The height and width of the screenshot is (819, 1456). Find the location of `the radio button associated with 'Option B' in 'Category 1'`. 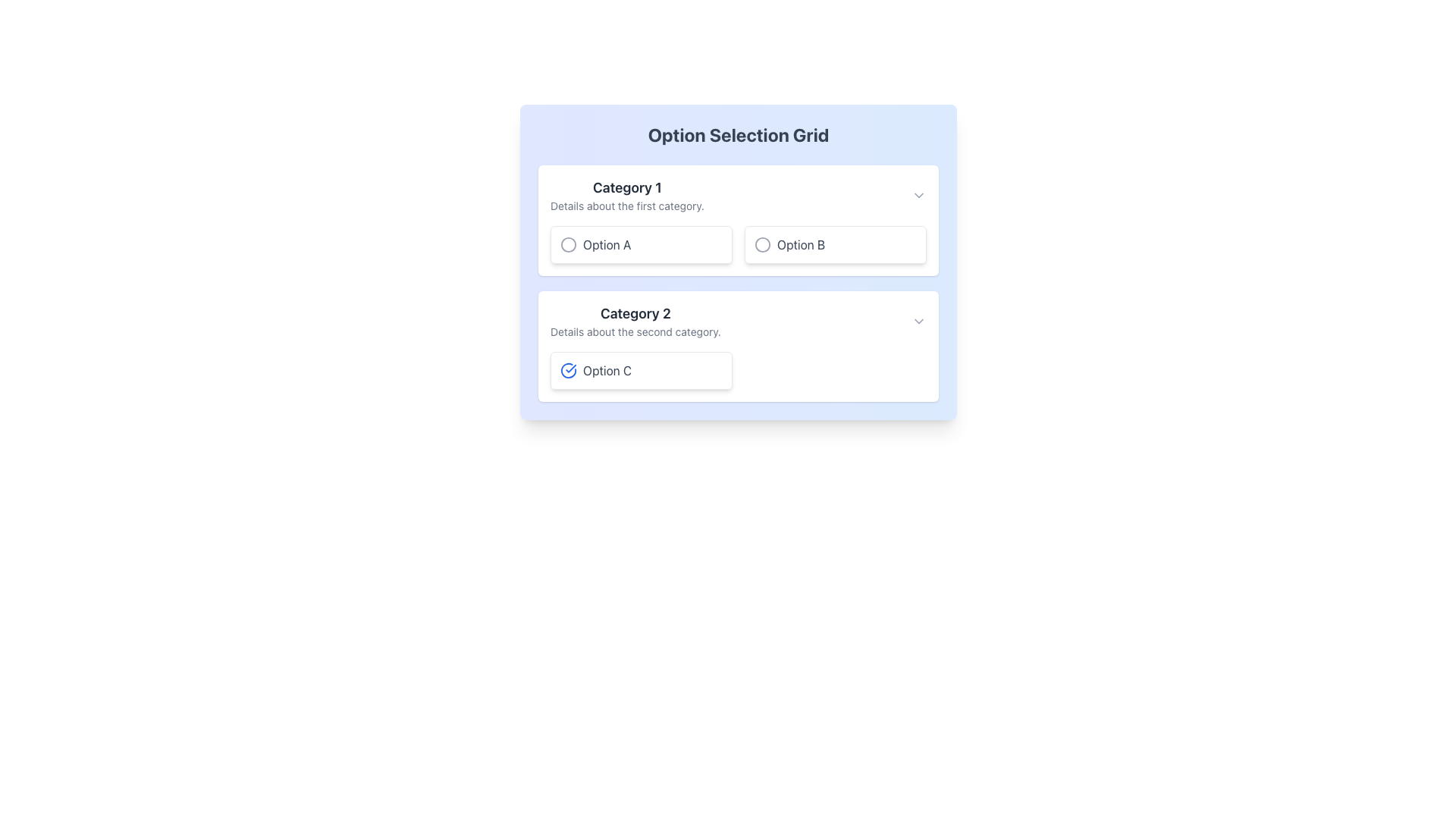

the radio button associated with 'Option B' in 'Category 1' is located at coordinates (763, 244).